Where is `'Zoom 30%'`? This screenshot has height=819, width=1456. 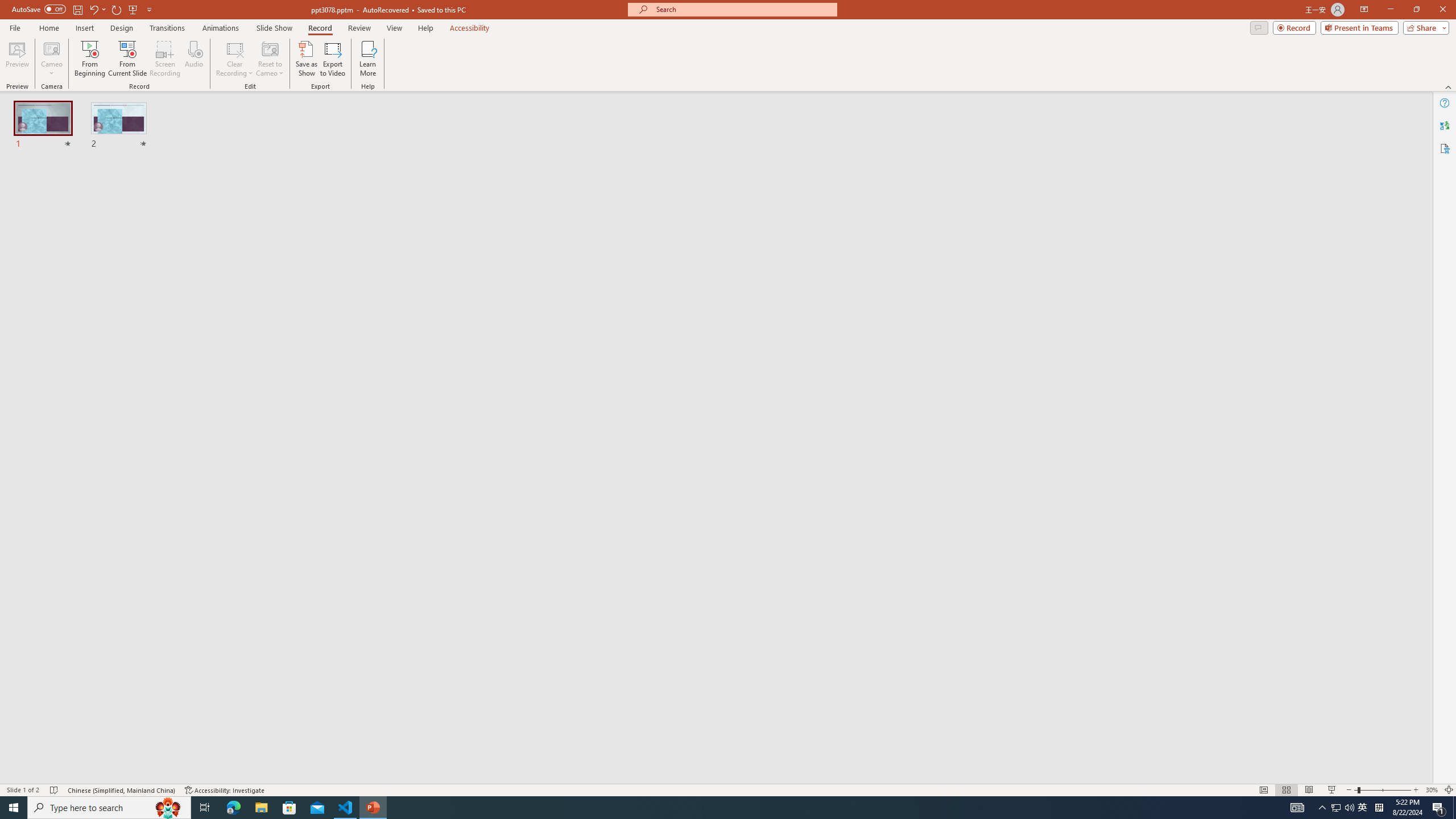
'Zoom 30%' is located at coordinates (1431, 790).